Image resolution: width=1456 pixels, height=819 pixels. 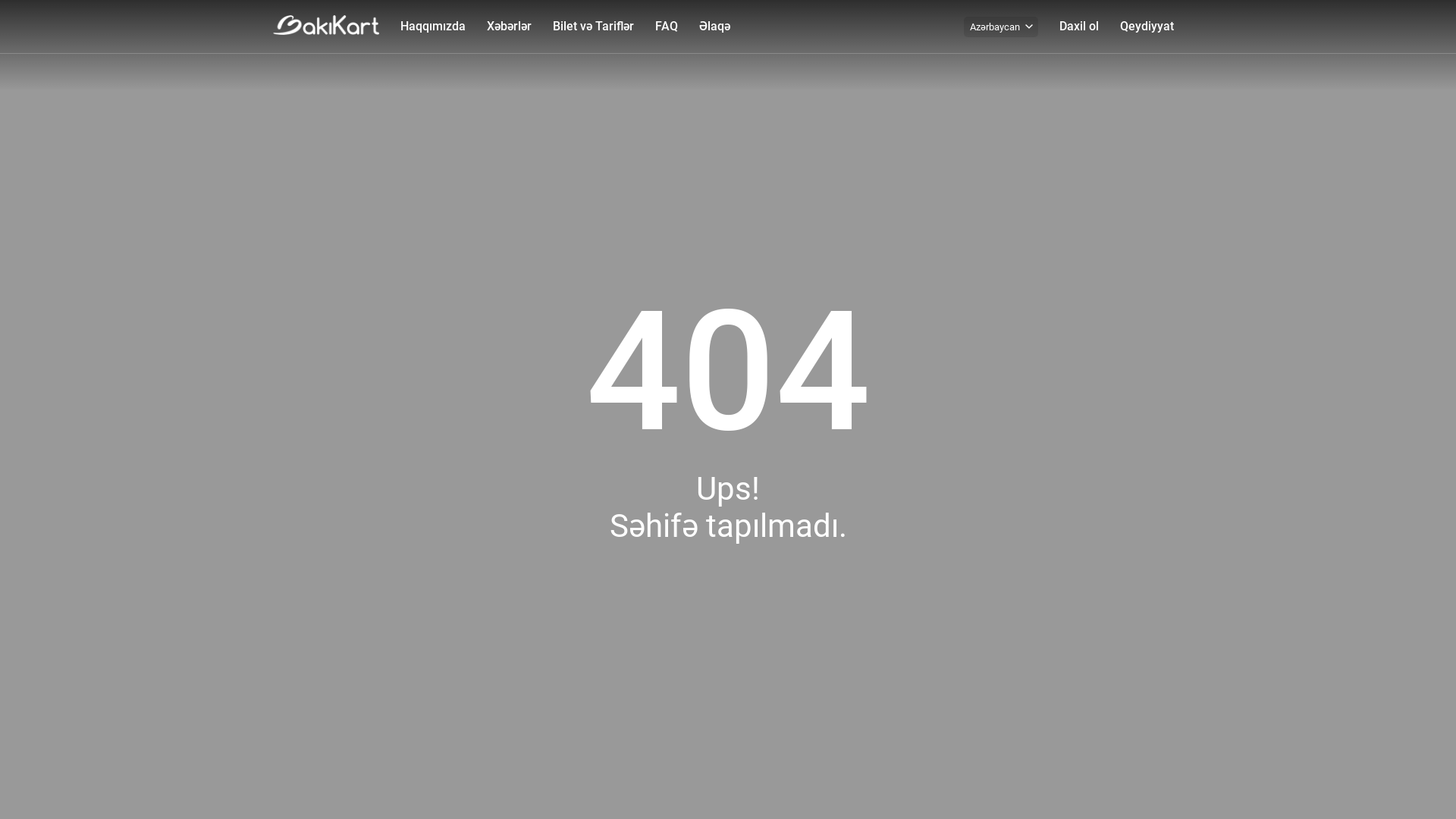 What do you see at coordinates (666, 26) in the screenshot?
I see `'FAQ'` at bounding box center [666, 26].